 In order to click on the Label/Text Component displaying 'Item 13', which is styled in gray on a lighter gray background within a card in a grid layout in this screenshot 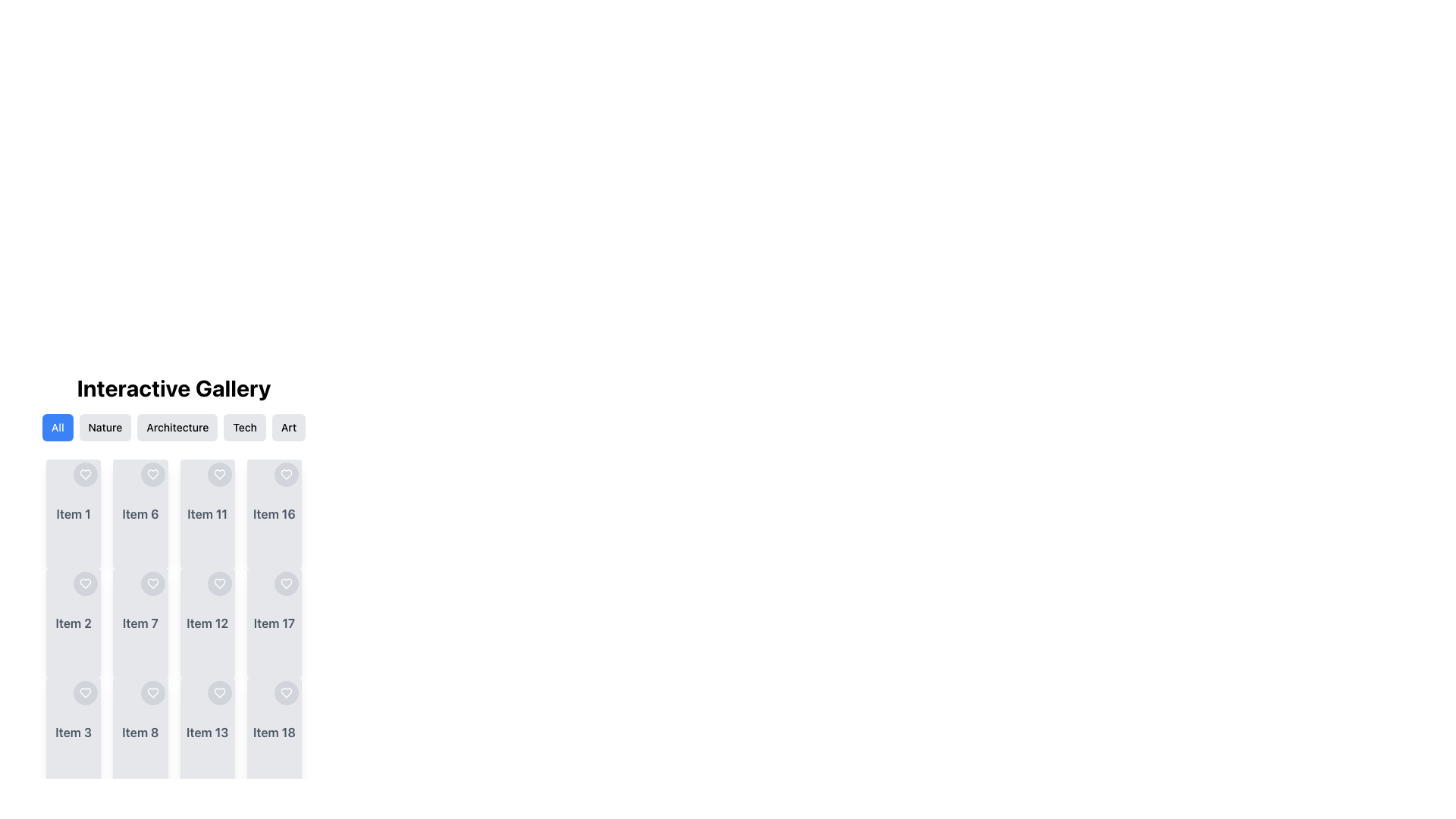, I will do `click(206, 731)`.